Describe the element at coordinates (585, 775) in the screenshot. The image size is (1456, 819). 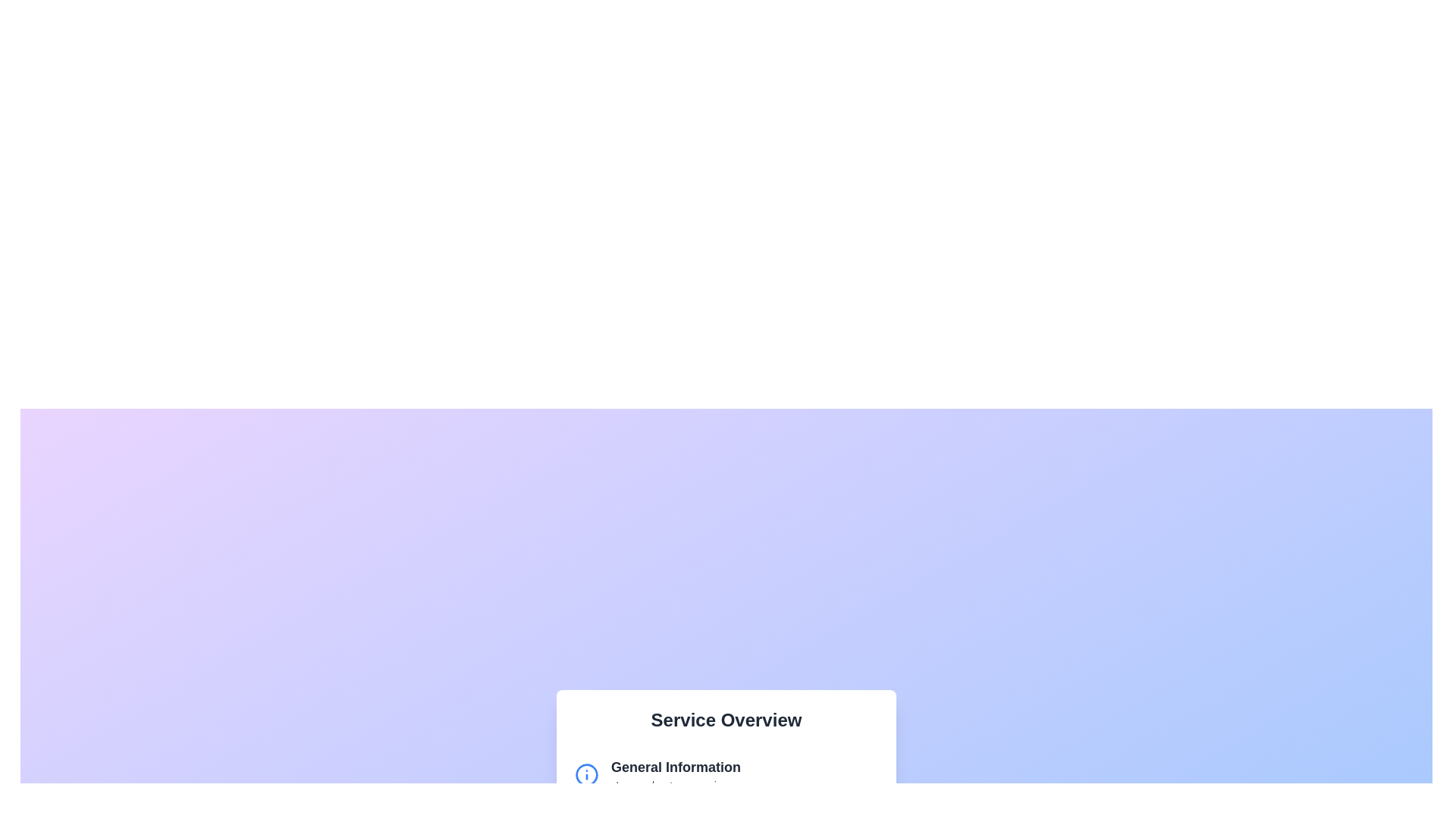
I see `the icon located to the left of the 'General Information' text` at that location.